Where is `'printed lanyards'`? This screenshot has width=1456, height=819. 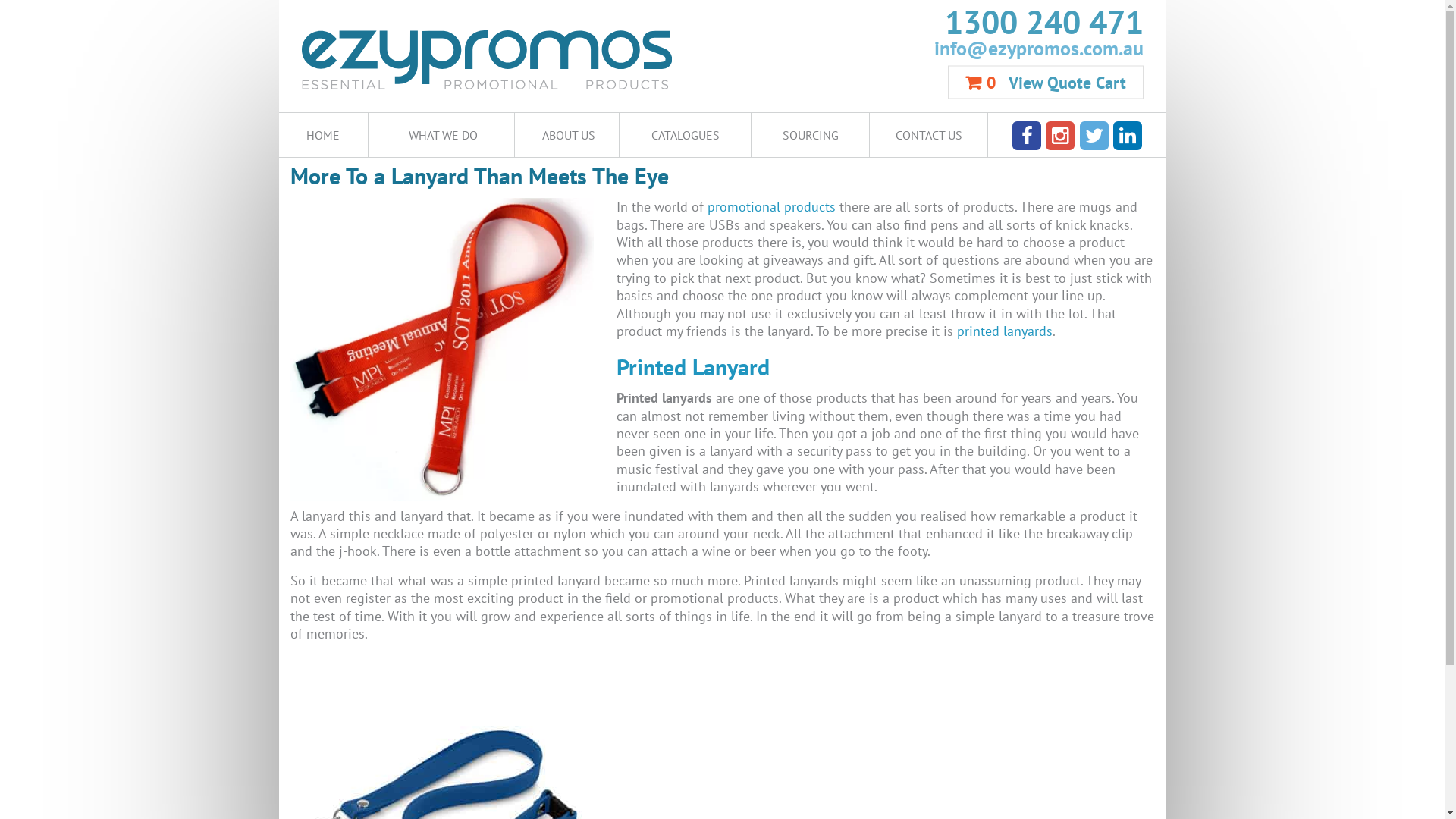 'printed lanyards' is located at coordinates (1004, 330).